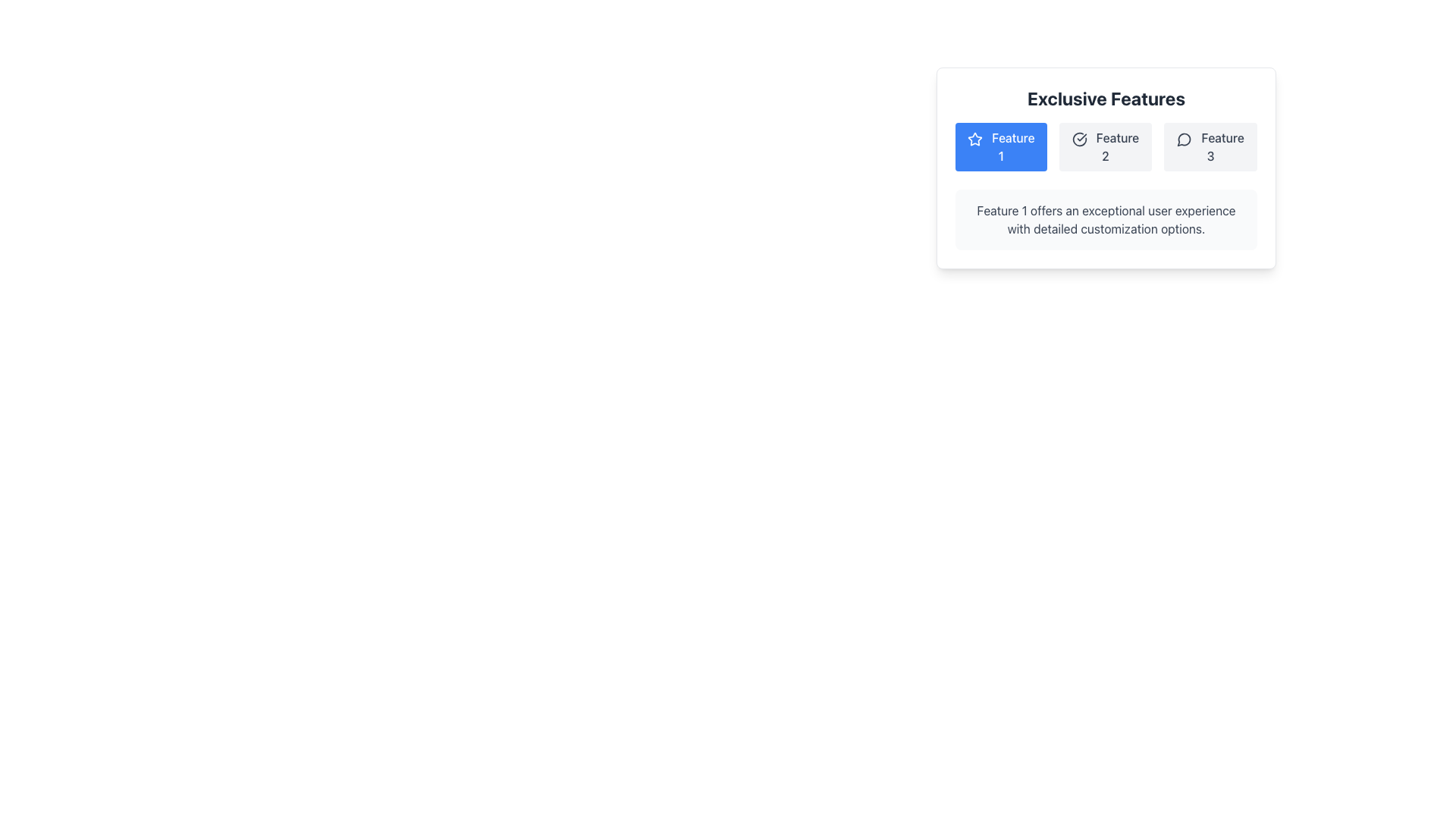  Describe the element at coordinates (1210, 146) in the screenshot. I see `the button for 'Feature 3' located in the 'Exclusive Features' group` at that location.